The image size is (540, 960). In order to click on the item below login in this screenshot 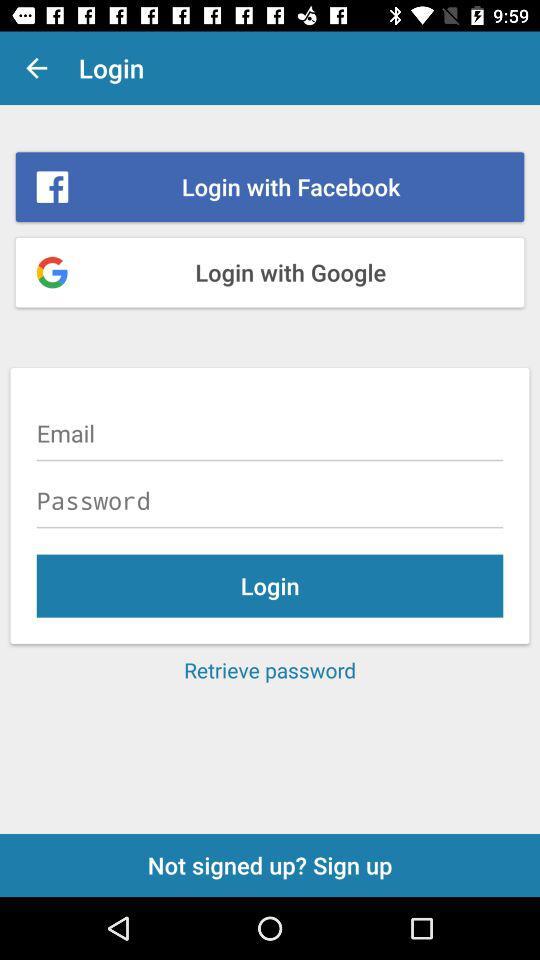, I will do `click(270, 670)`.